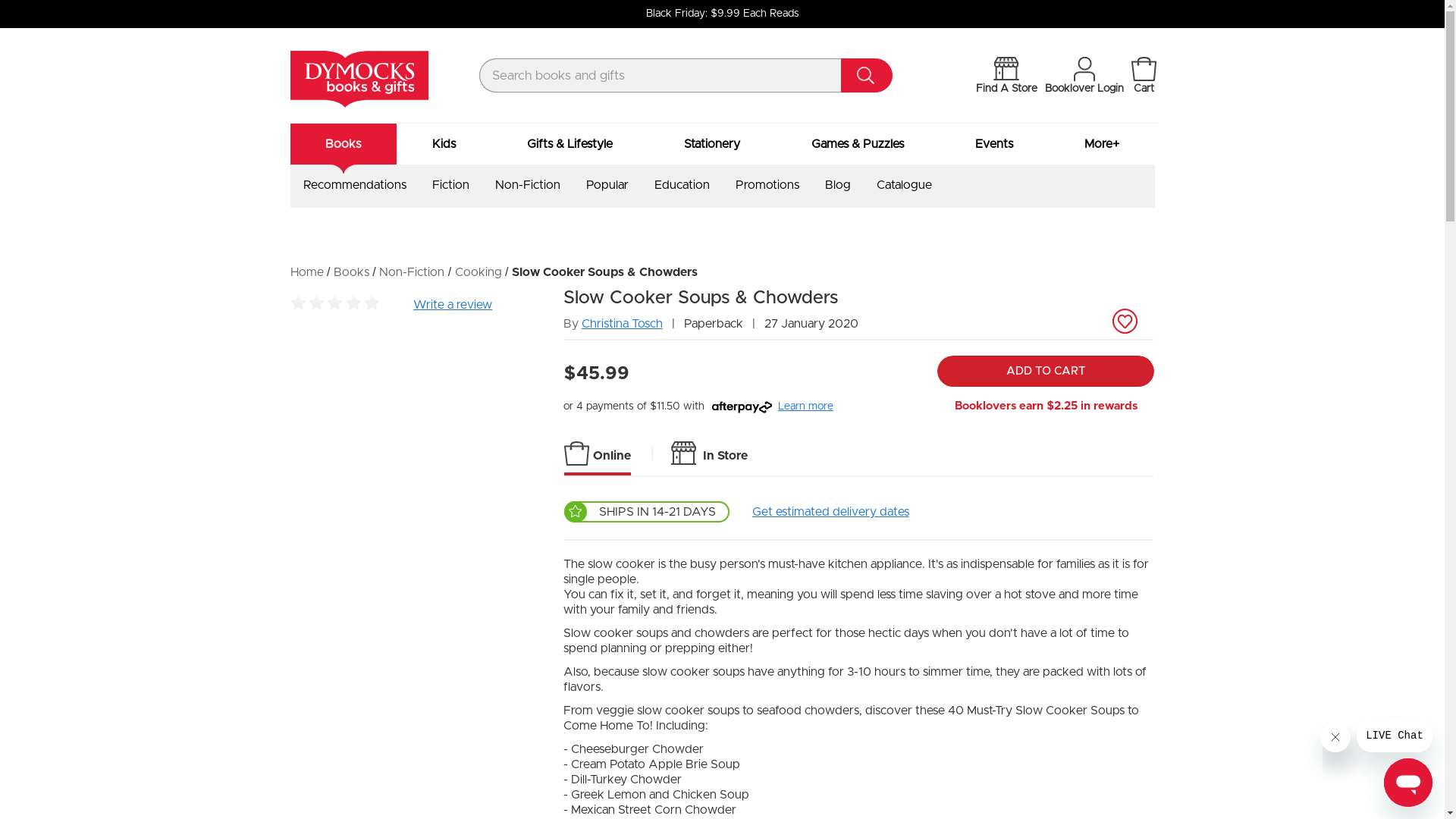 The image size is (1456, 819). Describe the element at coordinates (305, 271) in the screenshot. I see `'Home'` at that location.